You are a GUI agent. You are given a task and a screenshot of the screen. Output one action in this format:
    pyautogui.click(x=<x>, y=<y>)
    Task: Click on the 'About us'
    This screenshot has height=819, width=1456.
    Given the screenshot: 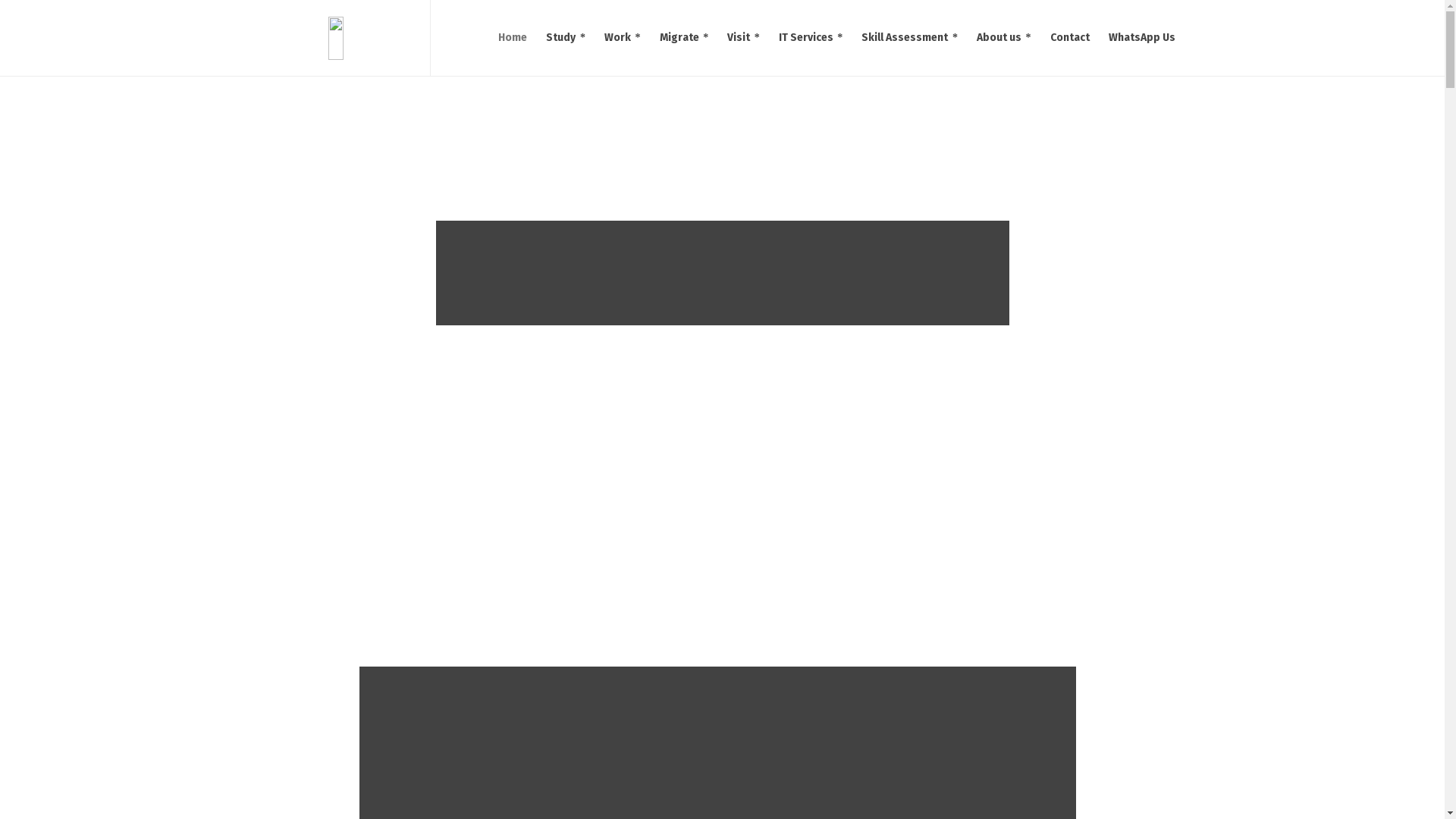 What is the action you would take?
    pyautogui.click(x=1004, y=37)
    